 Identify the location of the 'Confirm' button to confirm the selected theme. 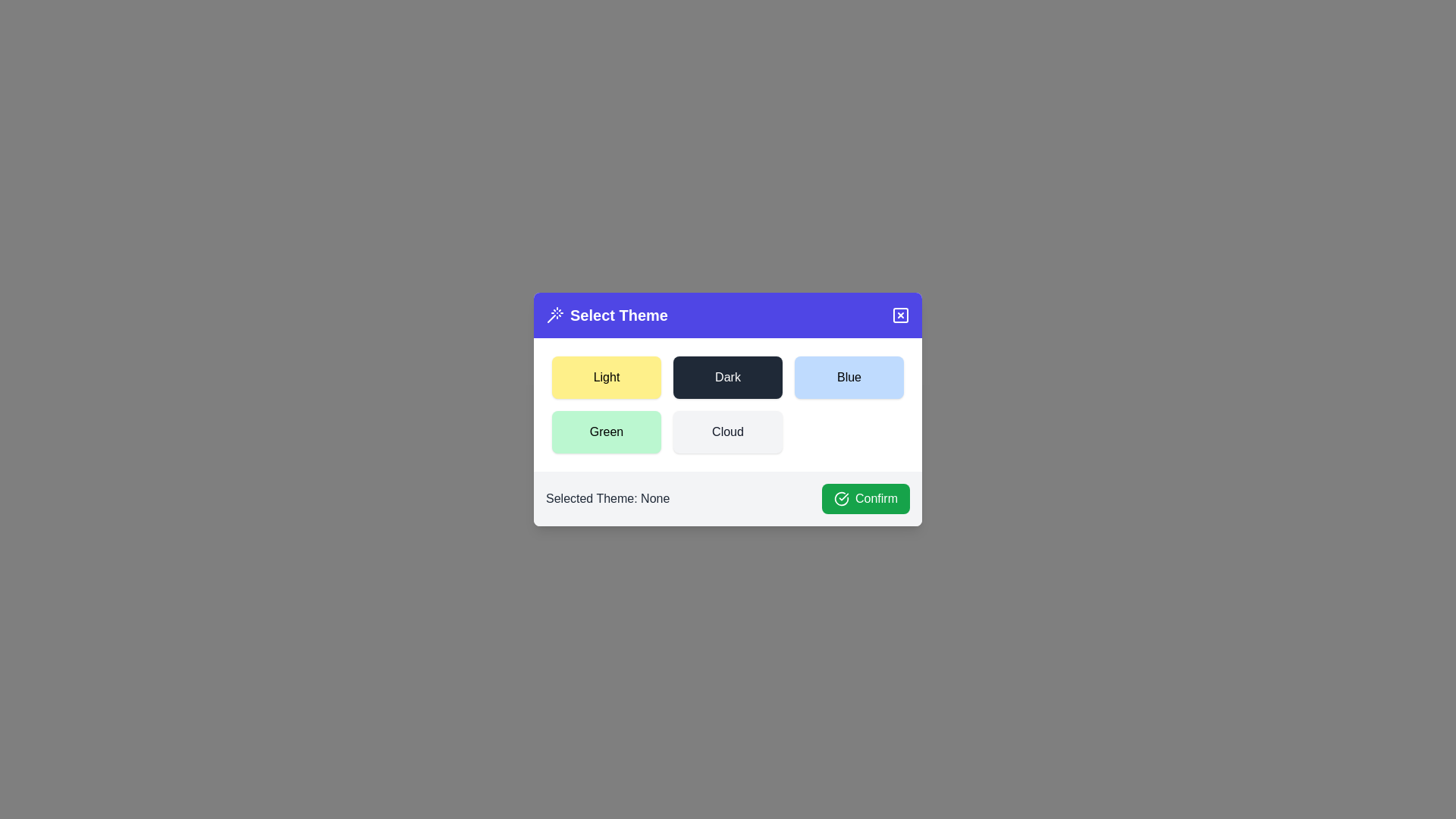
(866, 499).